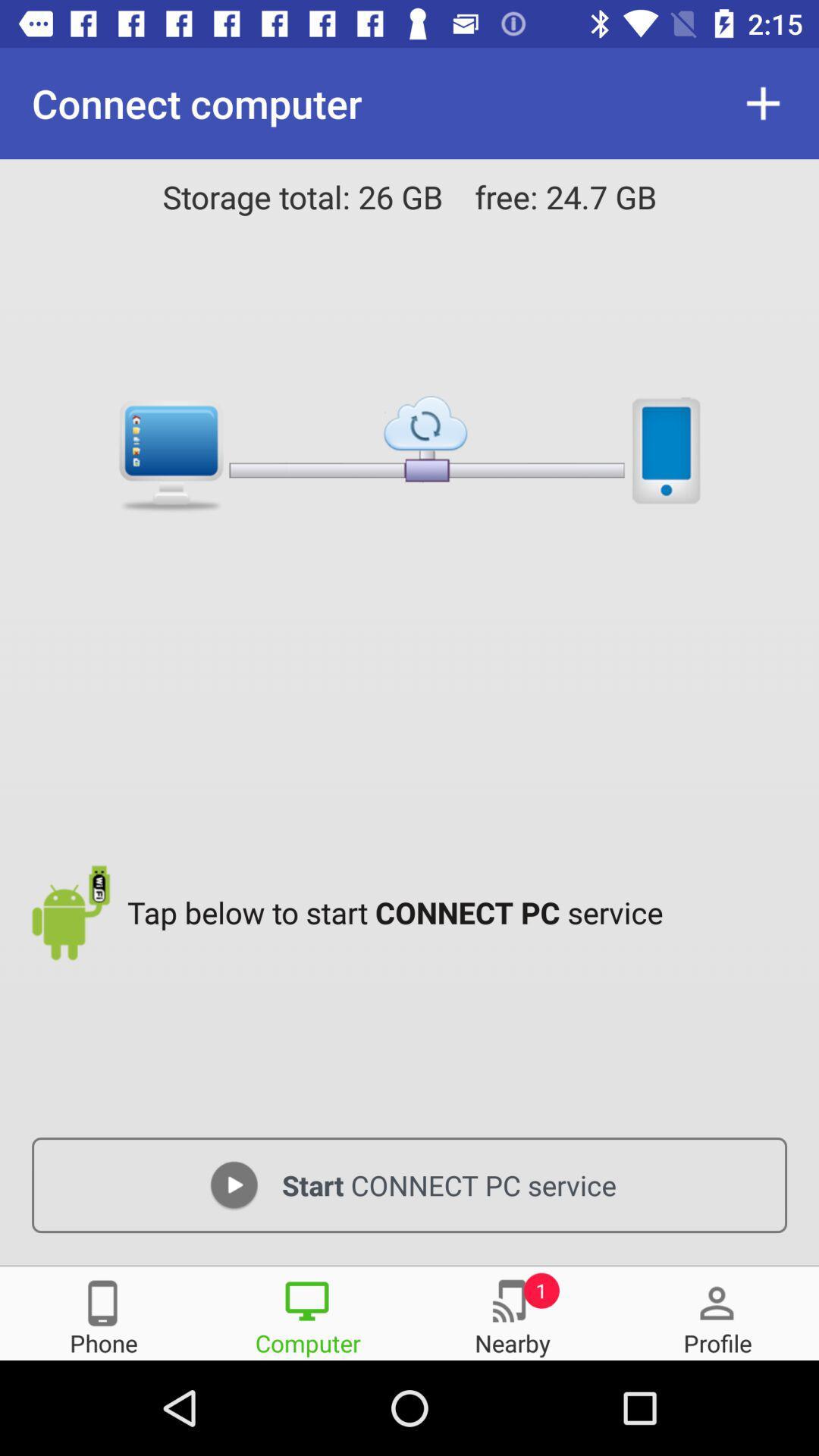 This screenshot has height=1456, width=819. I want to click on the tap below to, so click(460, 912).